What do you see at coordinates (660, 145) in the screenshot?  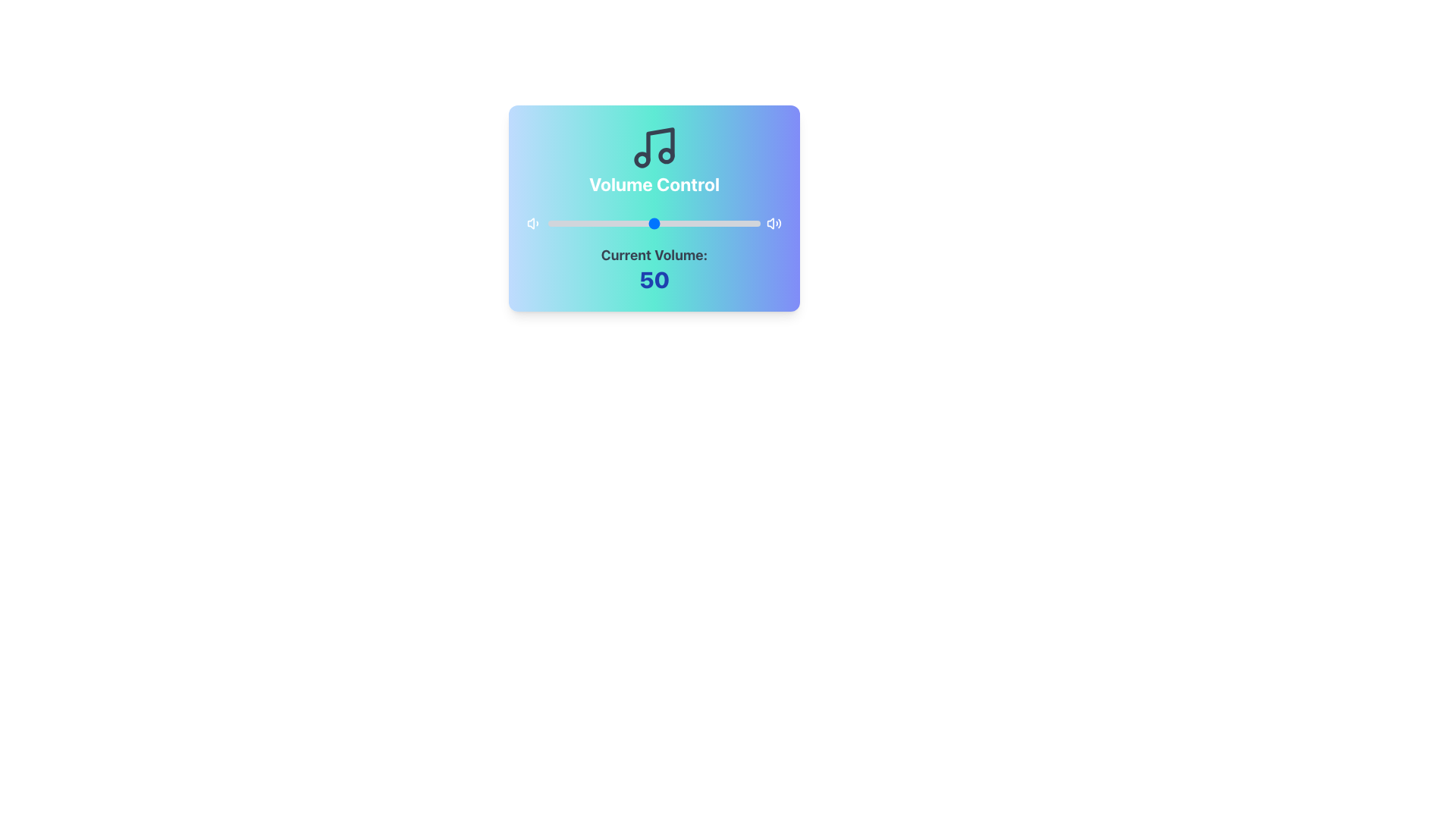 I see `the stylized music note icon located at the center-top of the volume control card layout` at bounding box center [660, 145].